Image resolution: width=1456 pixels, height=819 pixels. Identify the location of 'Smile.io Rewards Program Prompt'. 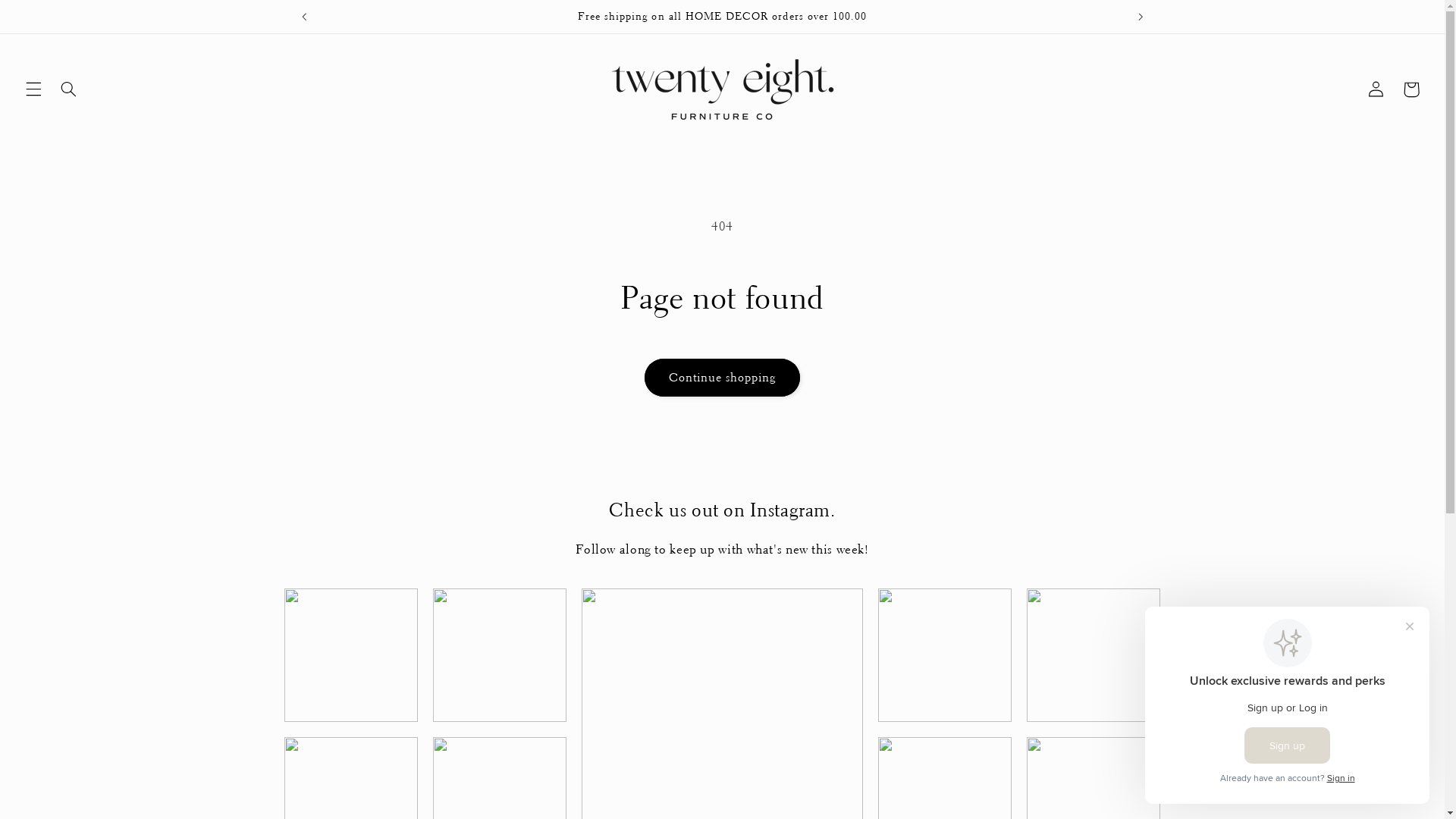
(1286, 704).